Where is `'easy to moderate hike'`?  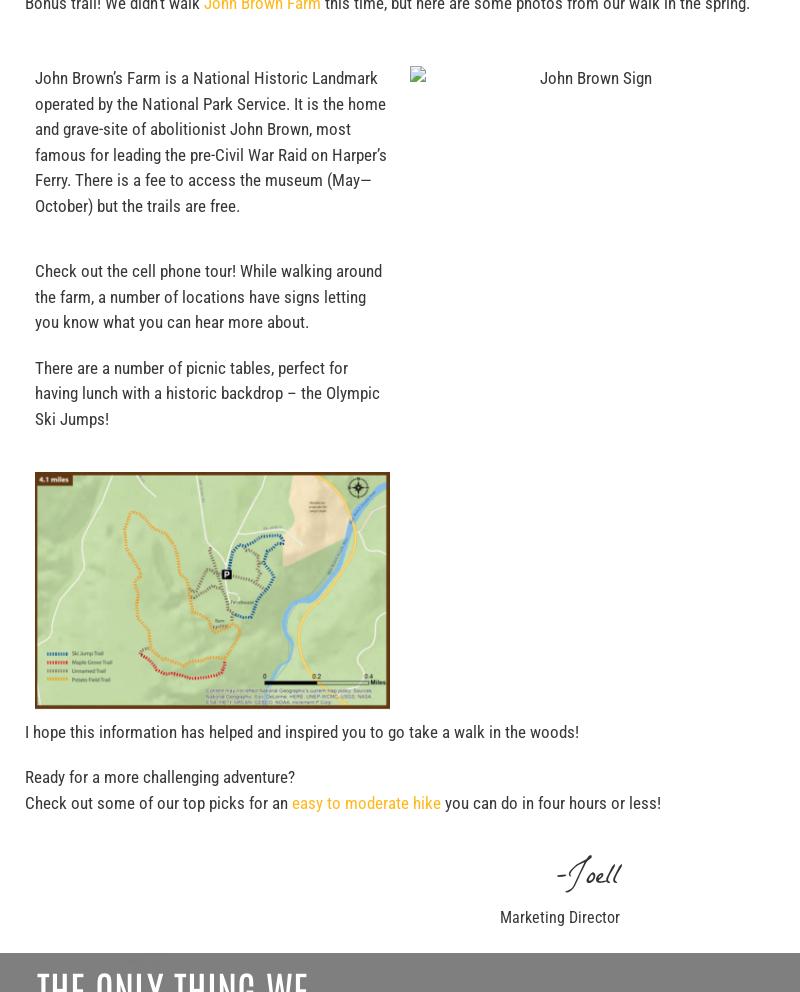
'easy to moderate hike' is located at coordinates (292, 802).